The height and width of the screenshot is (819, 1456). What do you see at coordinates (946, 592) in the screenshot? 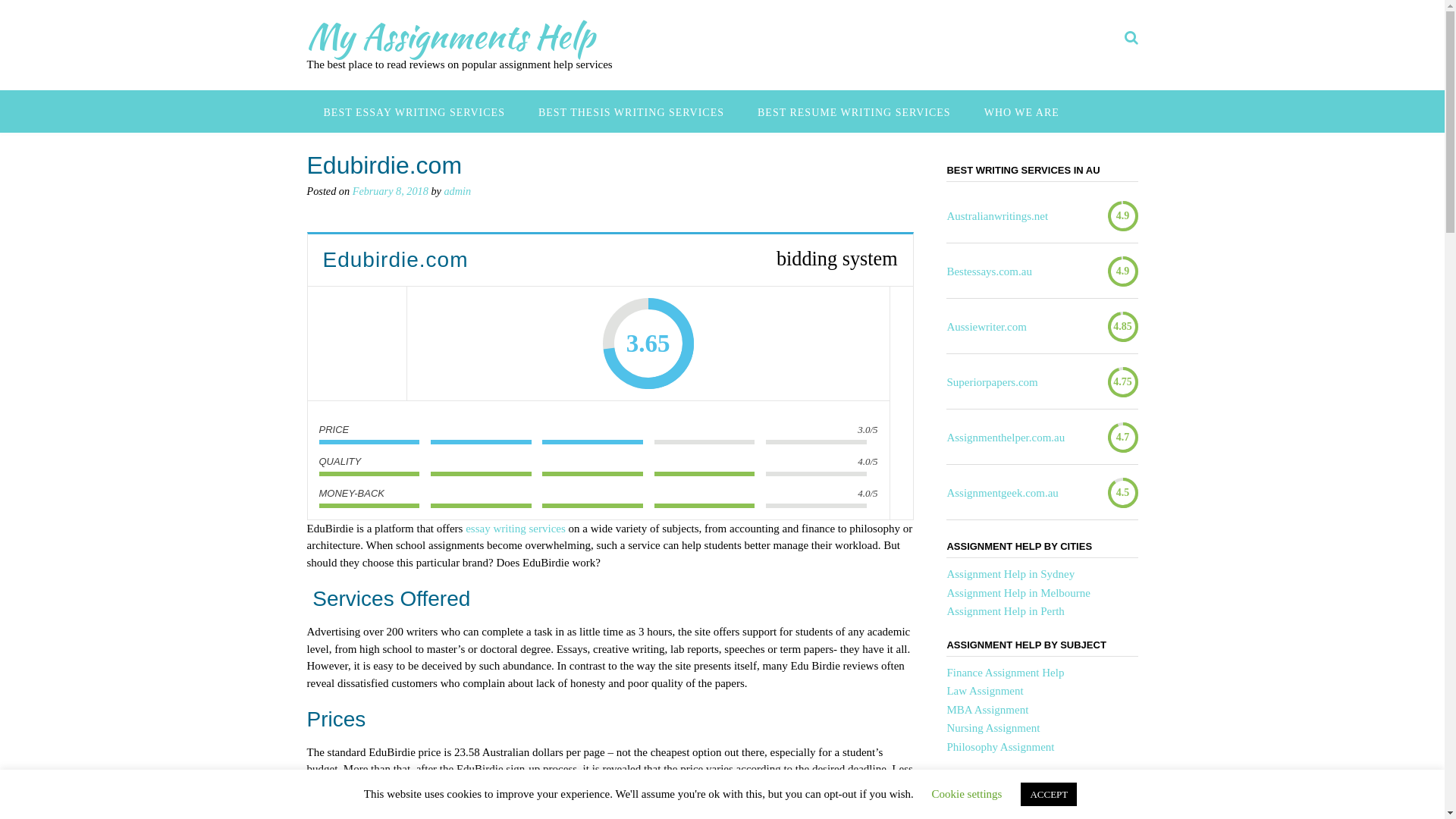
I see `'Assignment Help in Melbourne'` at bounding box center [946, 592].